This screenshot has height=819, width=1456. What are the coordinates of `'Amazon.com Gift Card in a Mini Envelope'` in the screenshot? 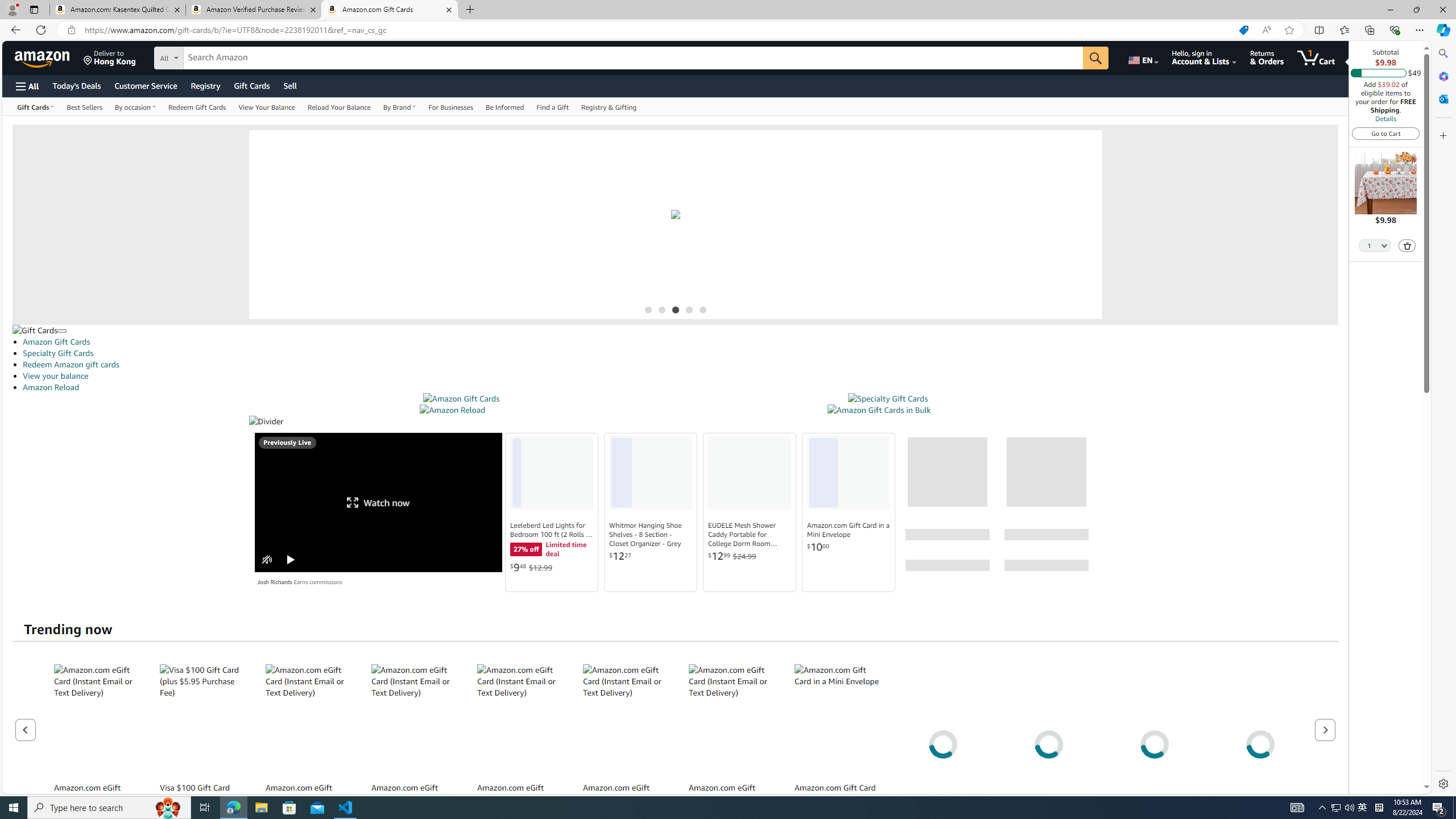 It's located at (848, 529).